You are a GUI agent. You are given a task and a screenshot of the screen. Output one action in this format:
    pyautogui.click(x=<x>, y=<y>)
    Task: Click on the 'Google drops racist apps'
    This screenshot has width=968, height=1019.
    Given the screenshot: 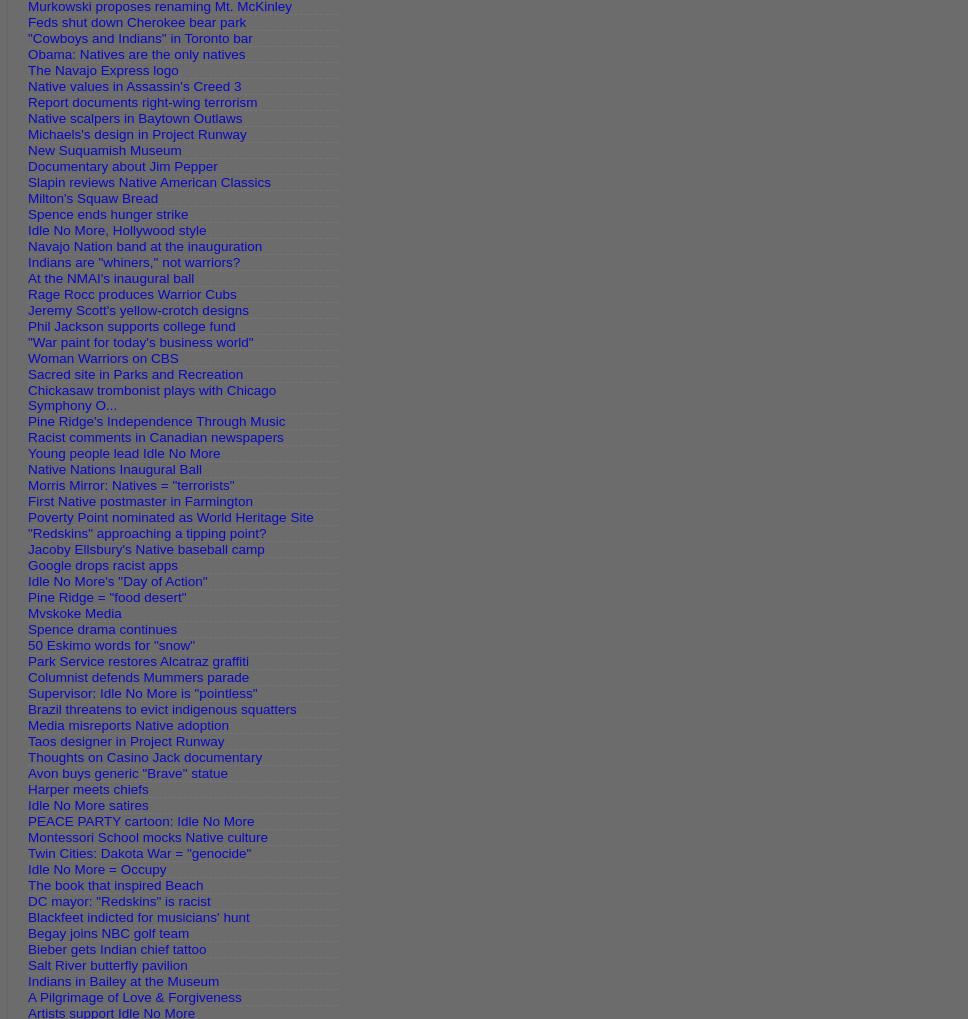 What is the action you would take?
    pyautogui.click(x=102, y=564)
    